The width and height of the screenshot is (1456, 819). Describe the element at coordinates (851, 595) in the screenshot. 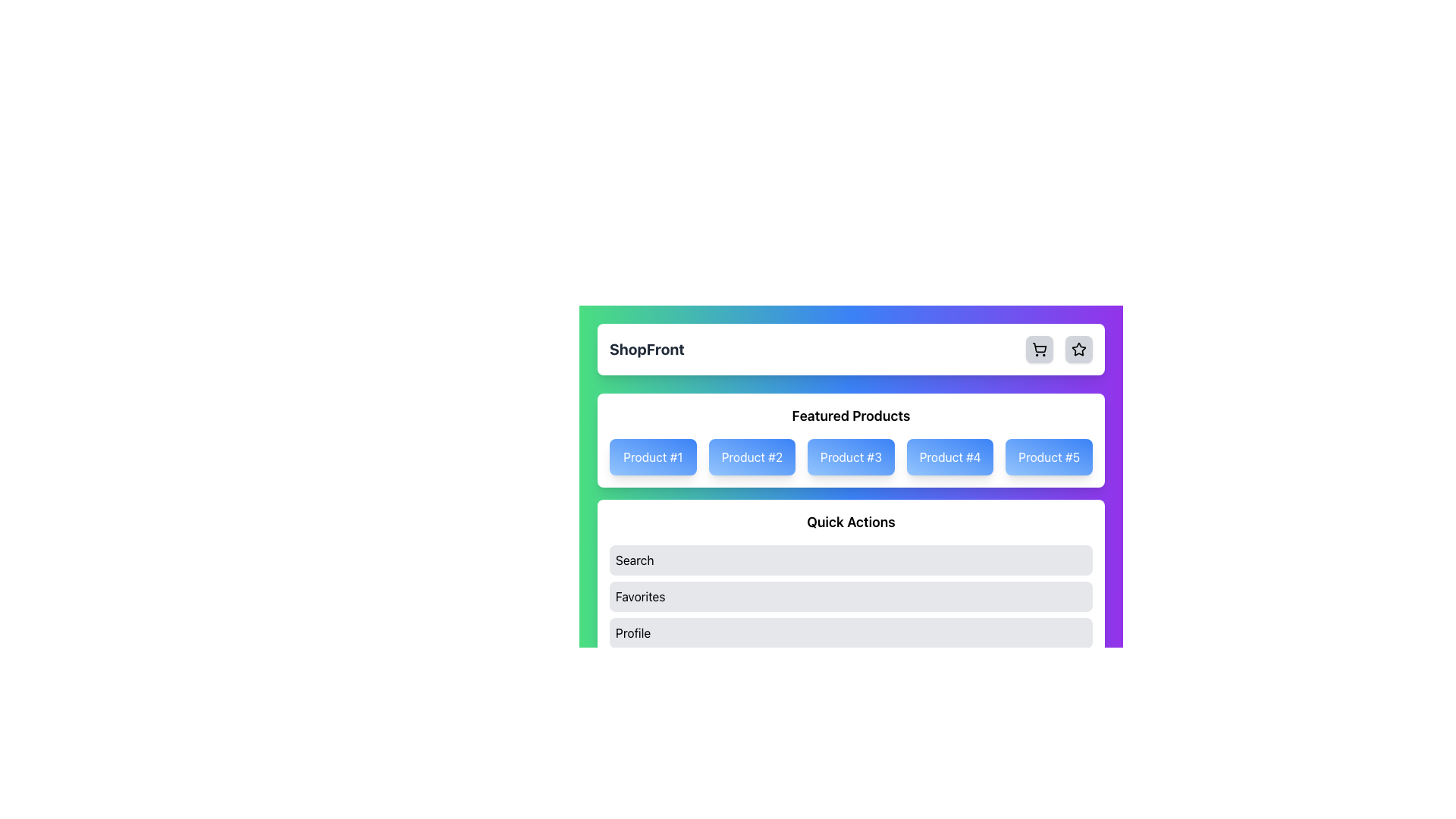

I see `the 'Favorites' button located in the Quick Actions section for keyboard navigation` at that location.